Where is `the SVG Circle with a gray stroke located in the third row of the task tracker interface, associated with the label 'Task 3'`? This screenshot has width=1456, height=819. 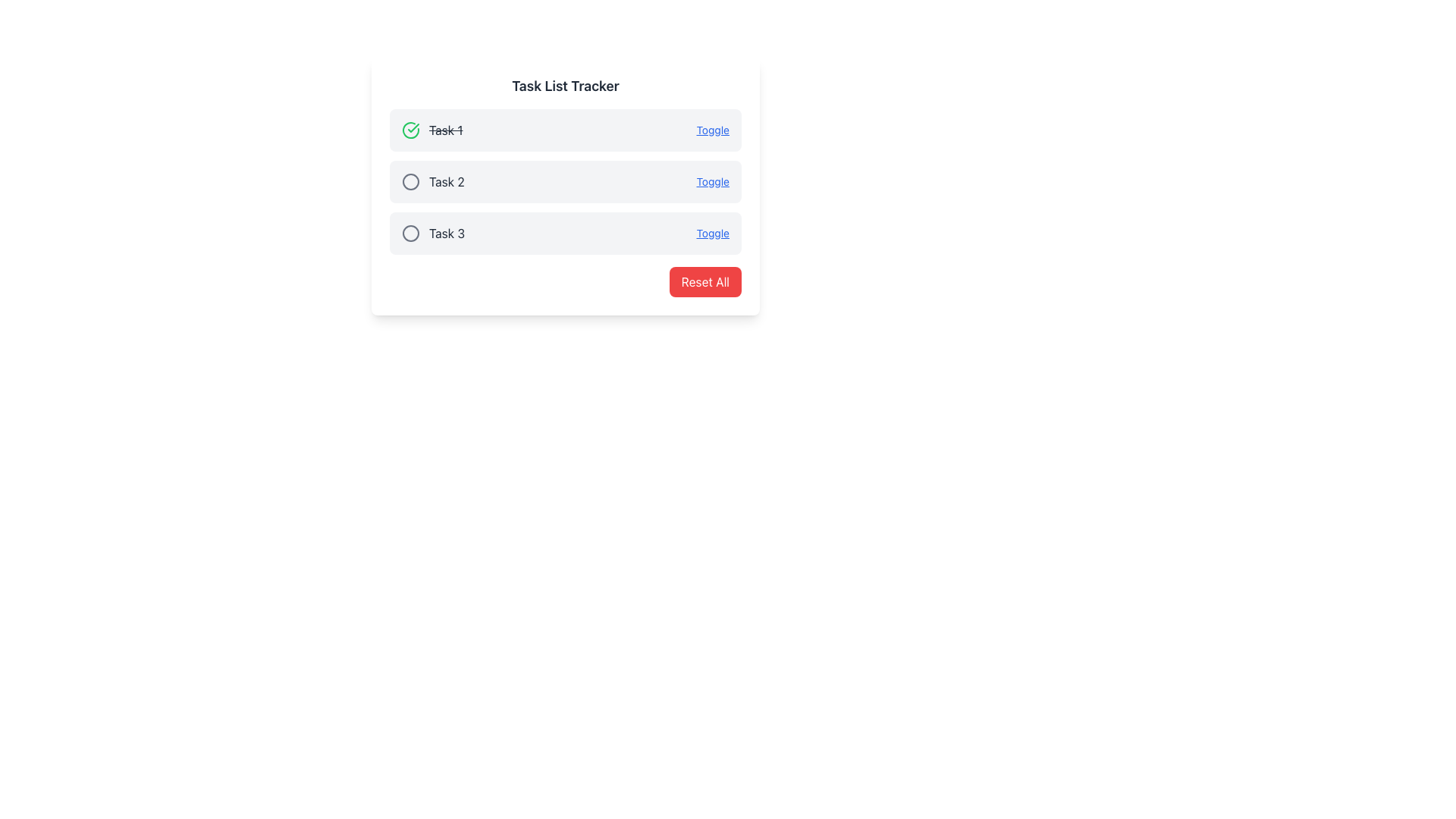
the SVG Circle with a gray stroke located in the third row of the task tracker interface, associated with the label 'Task 3' is located at coordinates (411, 234).